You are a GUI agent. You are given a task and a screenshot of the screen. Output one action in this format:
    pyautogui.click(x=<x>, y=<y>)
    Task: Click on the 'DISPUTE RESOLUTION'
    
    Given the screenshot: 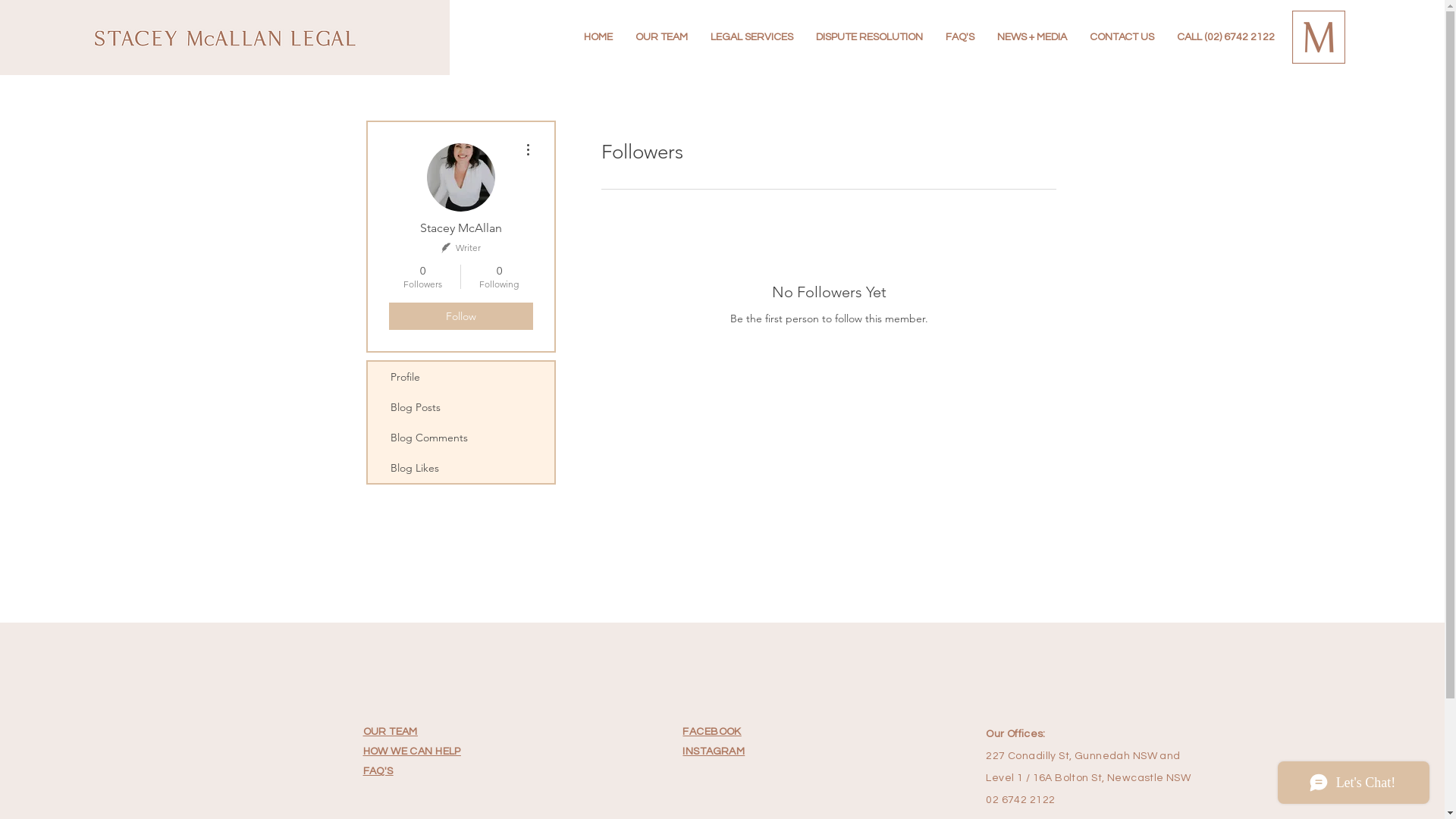 What is the action you would take?
    pyautogui.click(x=869, y=36)
    